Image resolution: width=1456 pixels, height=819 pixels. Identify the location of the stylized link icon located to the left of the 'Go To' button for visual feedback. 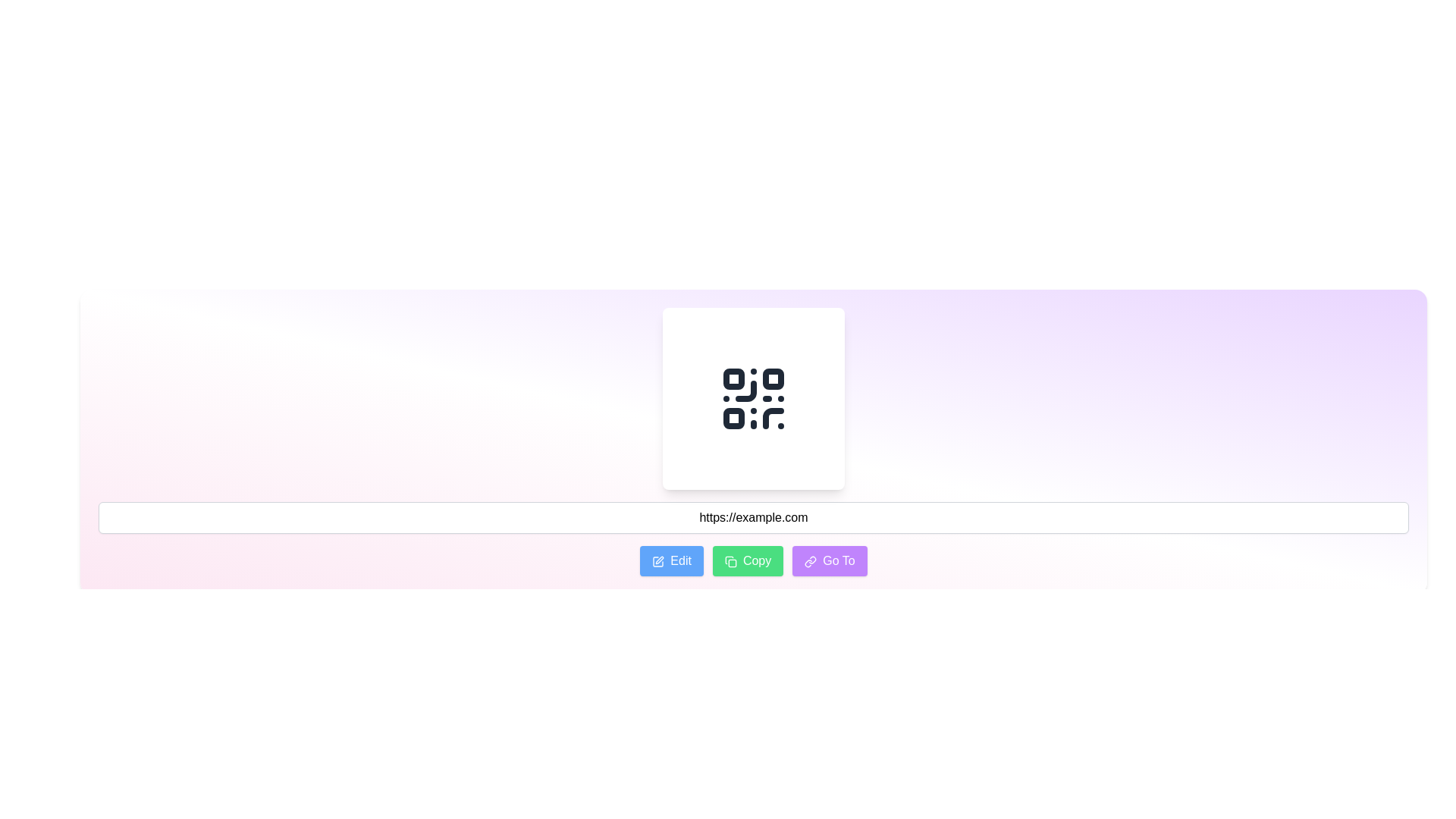
(810, 561).